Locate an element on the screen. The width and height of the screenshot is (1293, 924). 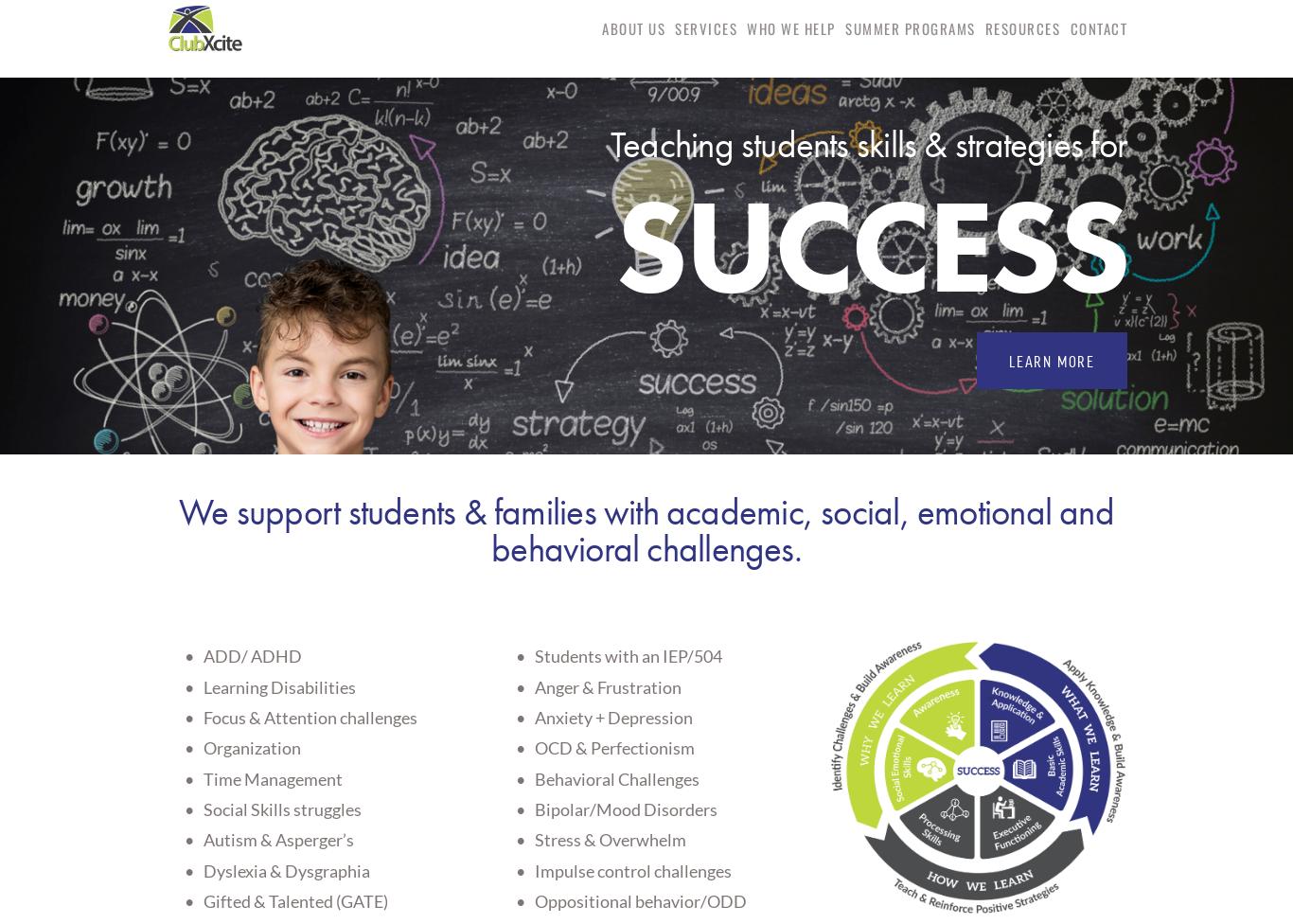
'Behavioral Challenges' is located at coordinates (615, 777).